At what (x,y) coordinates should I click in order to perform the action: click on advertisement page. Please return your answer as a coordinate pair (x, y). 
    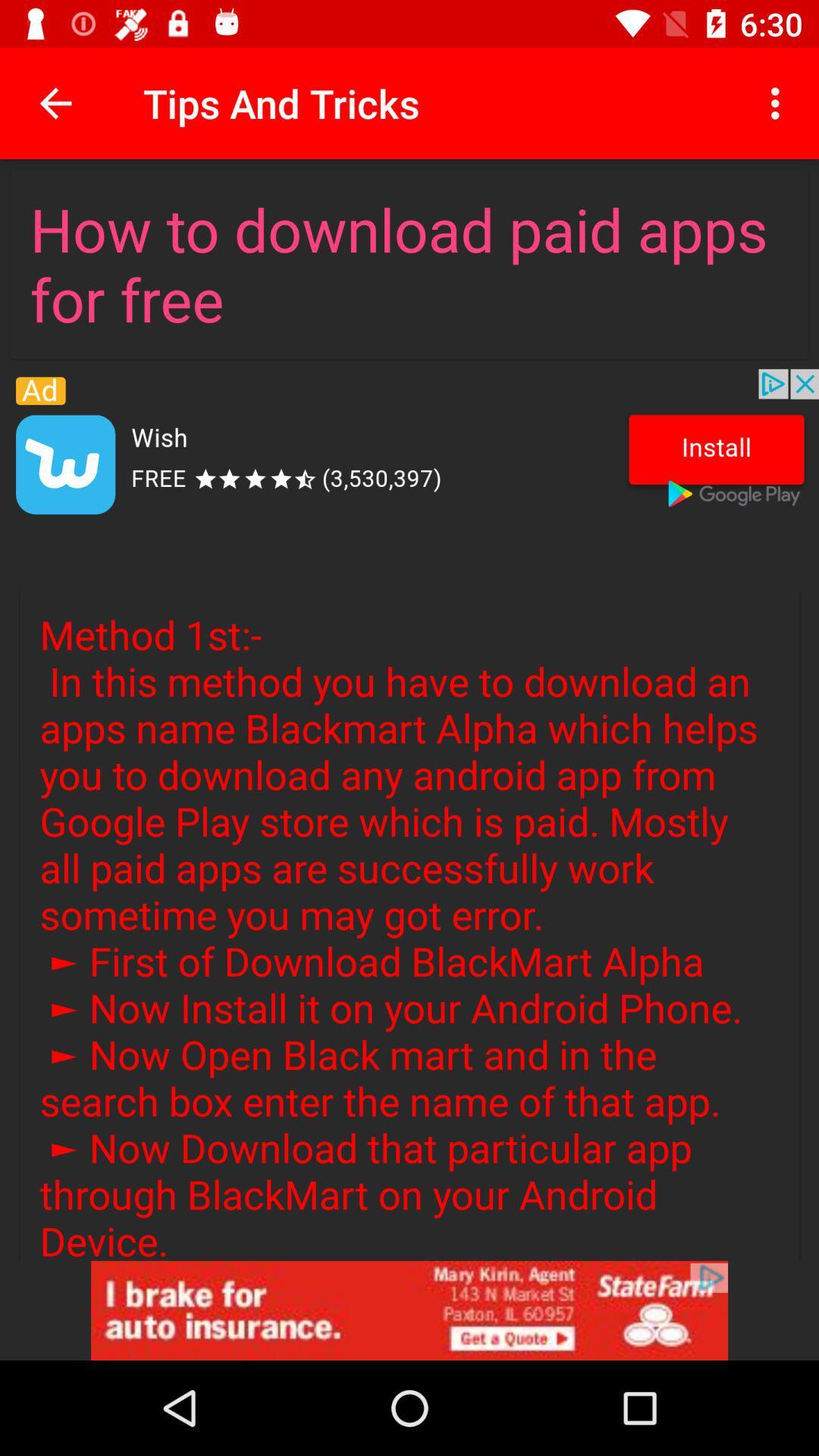
    Looking at the image, I should click on (409, 1310).